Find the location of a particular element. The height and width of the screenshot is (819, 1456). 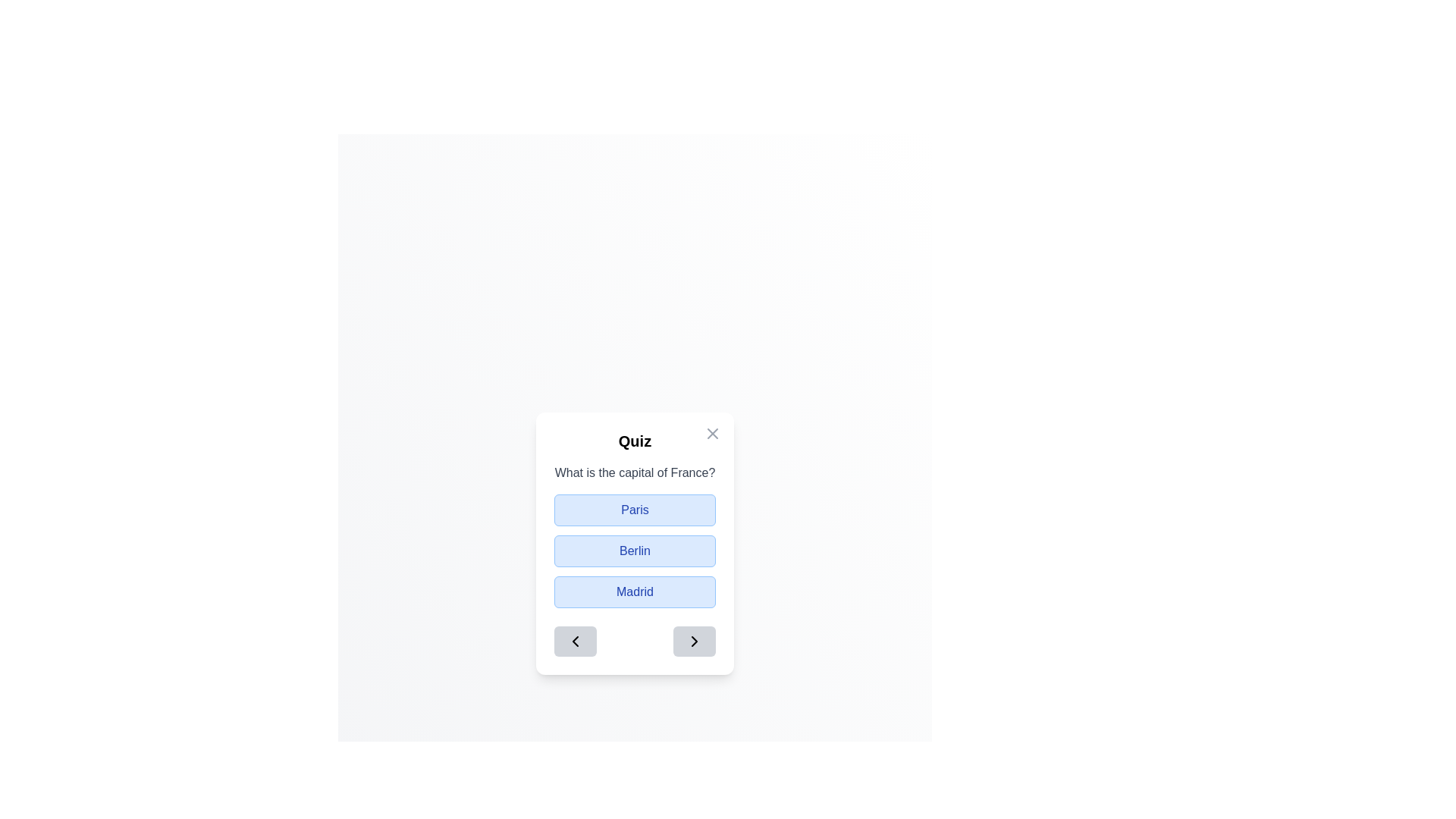

the static text content that presents the quiz question, located at the top of the content block in the interface is located at coordinates (635, 472).